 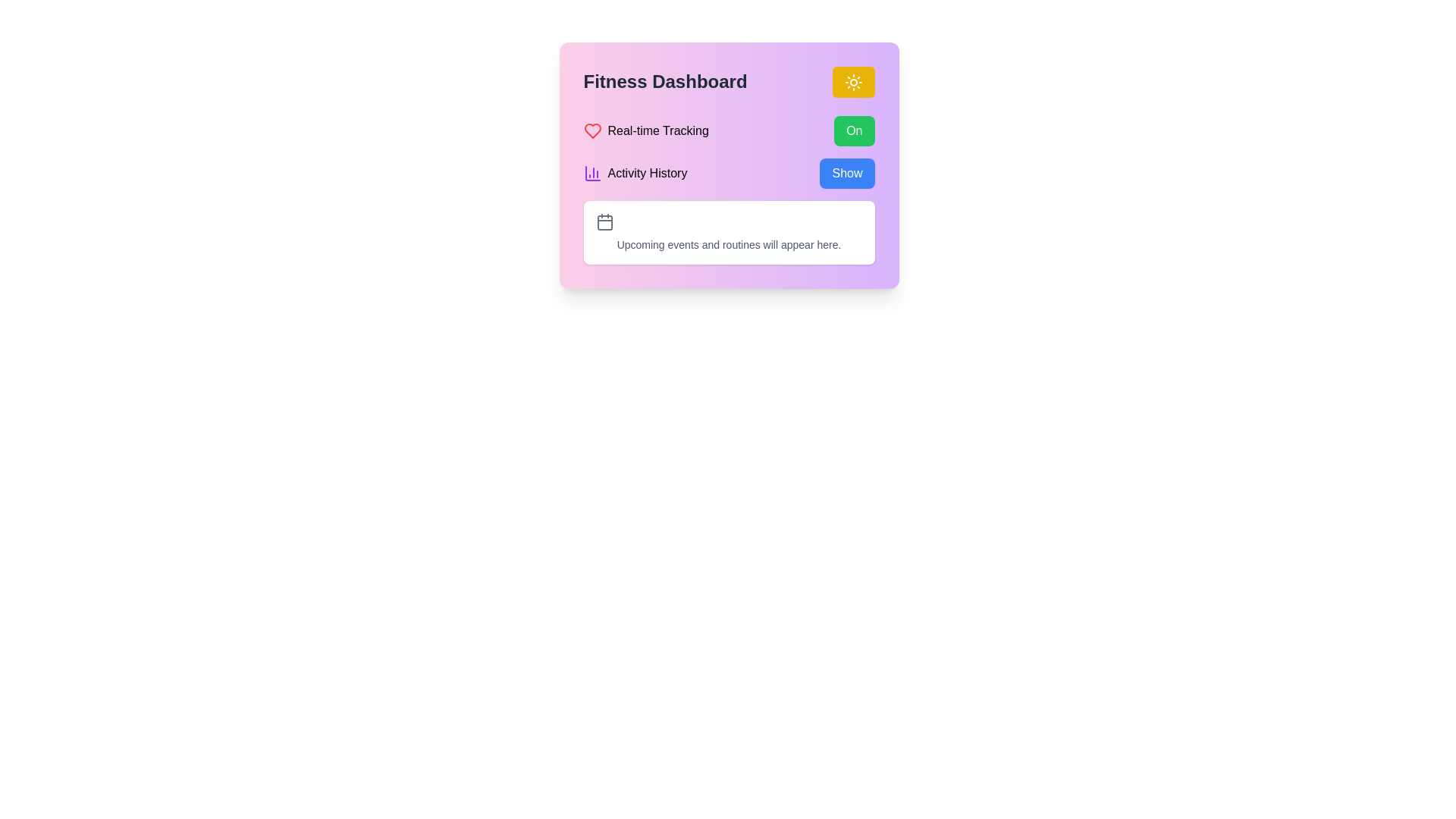 I want to click on the heart-shaped icon representing real-time tracking, located to the left of the text 'Real-time Tracking' in the Fitness Dashboard section, so click(x=591, y=130).